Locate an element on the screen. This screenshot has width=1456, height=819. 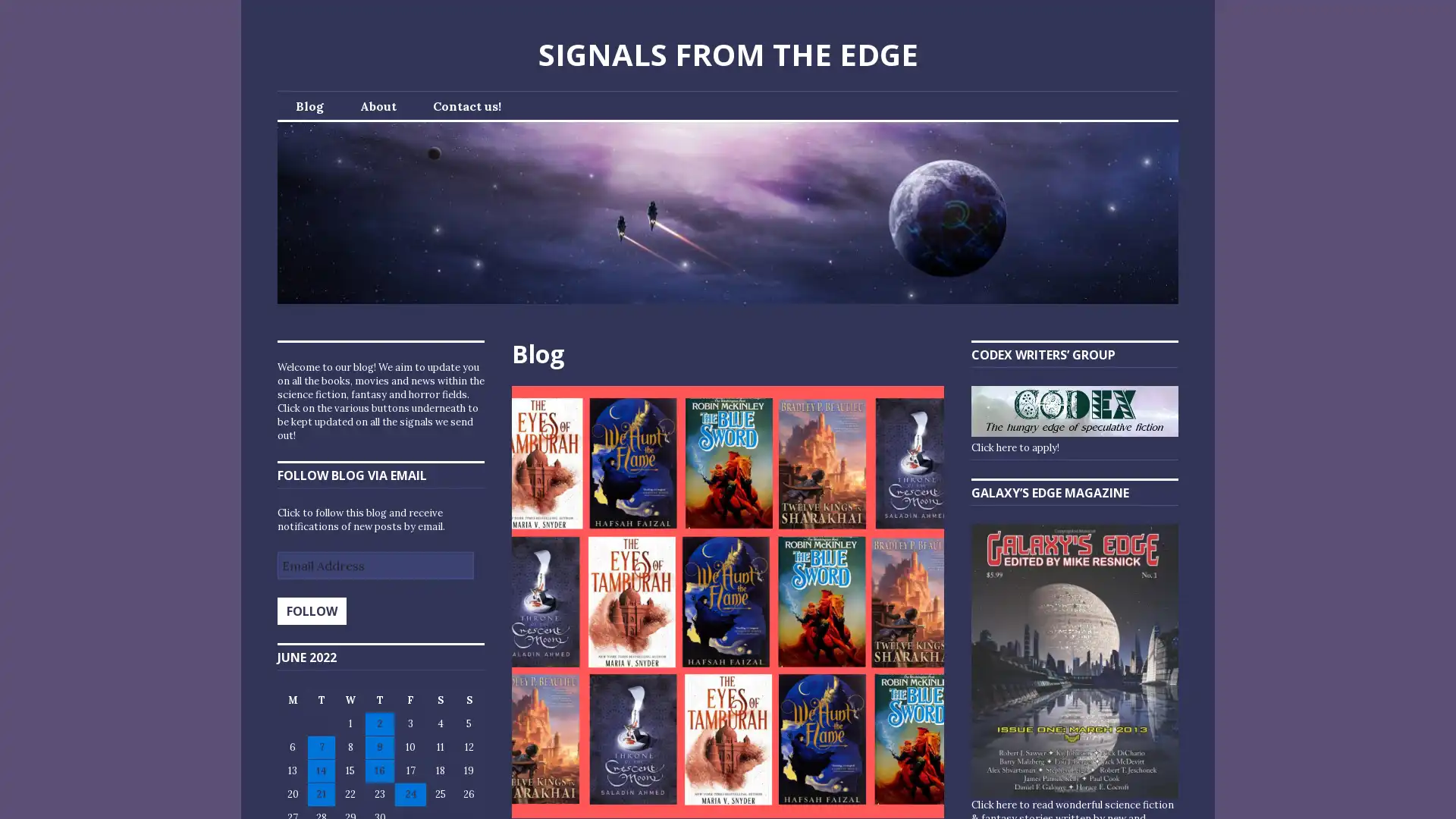
FOLLOW is located at coordinates (311, 610).